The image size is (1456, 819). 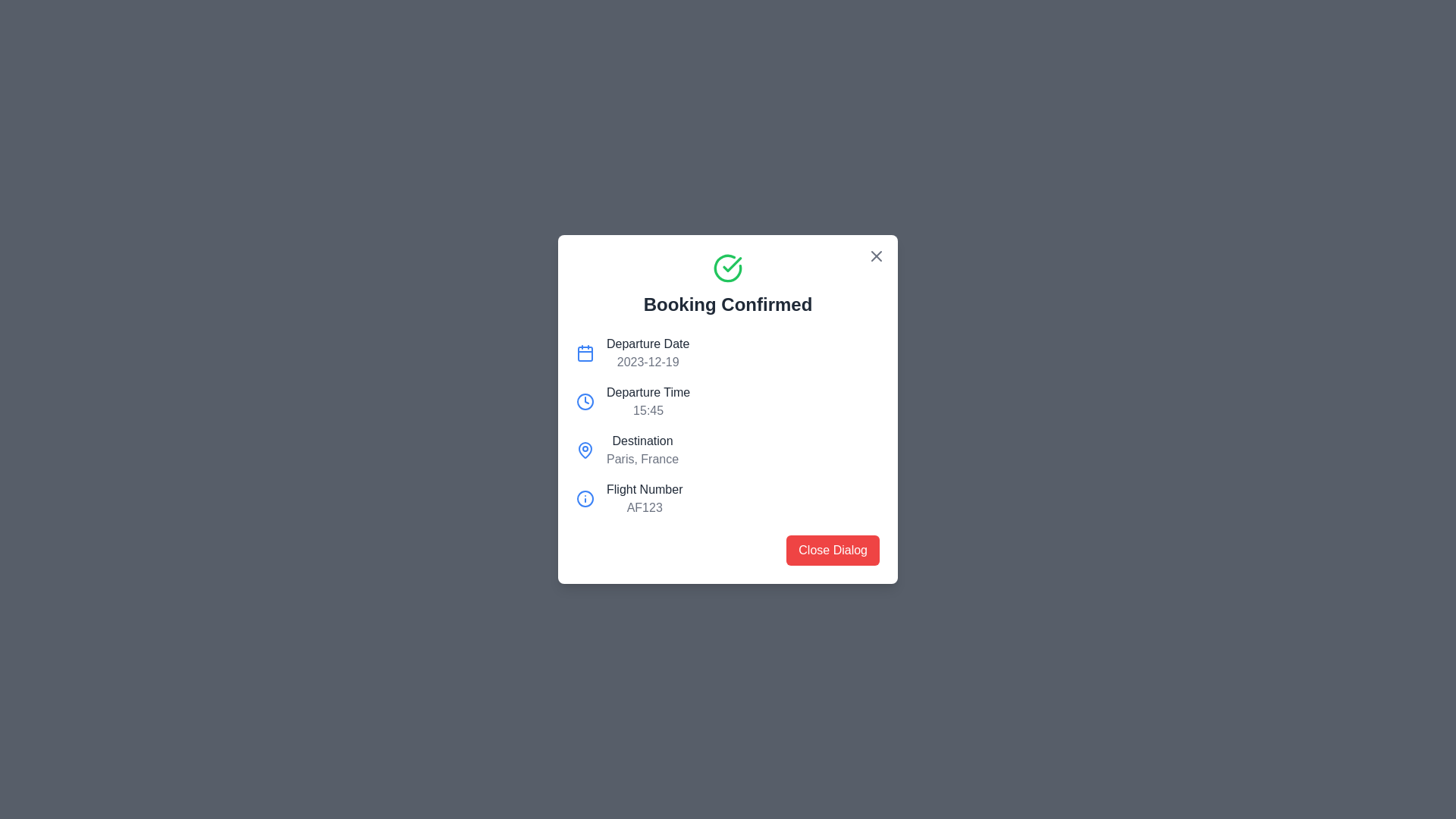 I want to click on the static text display that shows the departure time for a booking, located below the 'Departure Time' label in the booking details confirmation card, so click(x=648, y=411).